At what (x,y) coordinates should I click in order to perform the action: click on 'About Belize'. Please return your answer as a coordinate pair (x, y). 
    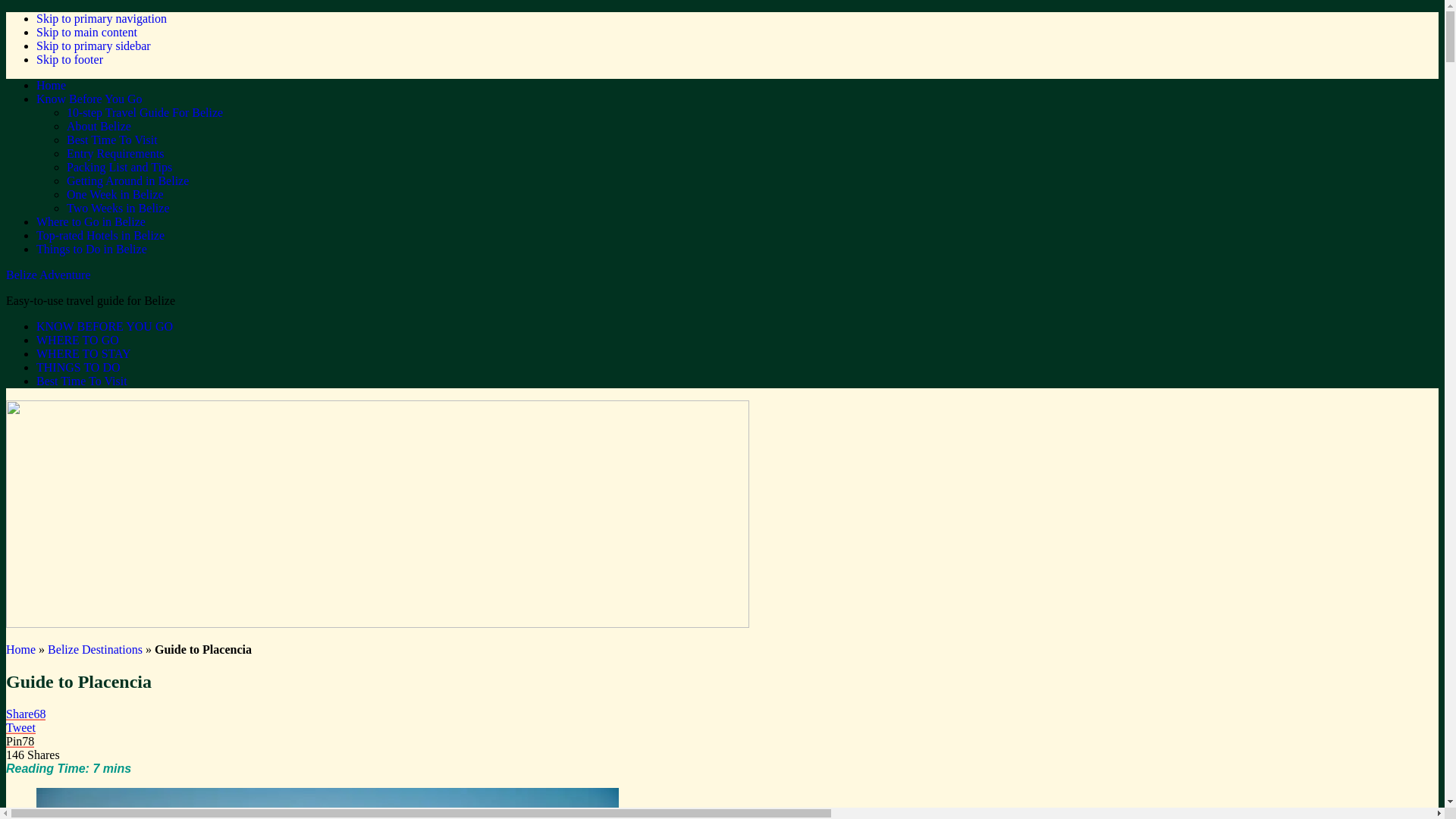
    Looking at the image, I should click on (98, 125).